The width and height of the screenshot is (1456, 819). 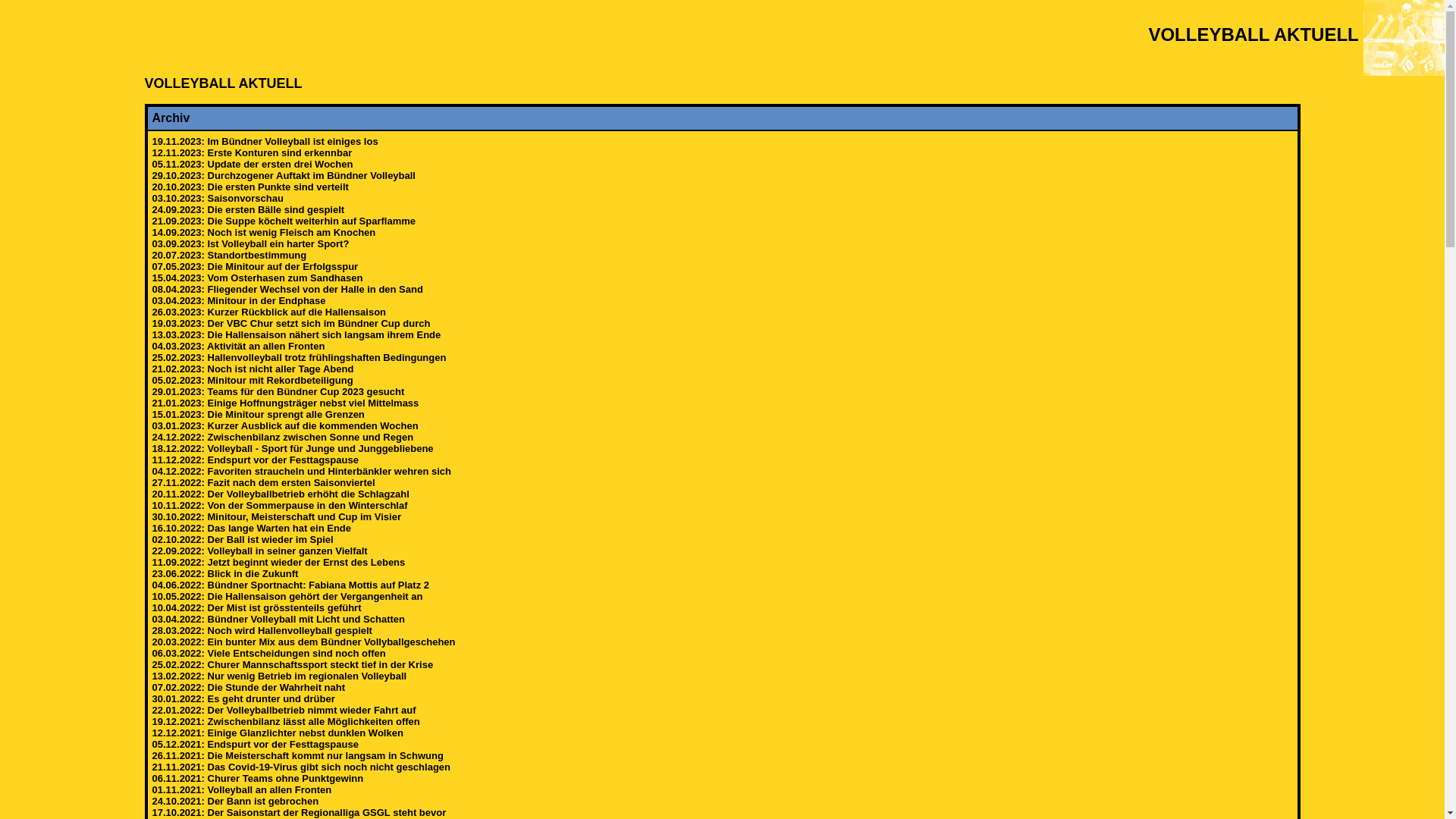 I want to click on '21.02.2023: Noch ist nicht aller Tage Abend', so click(x=252, y=369).